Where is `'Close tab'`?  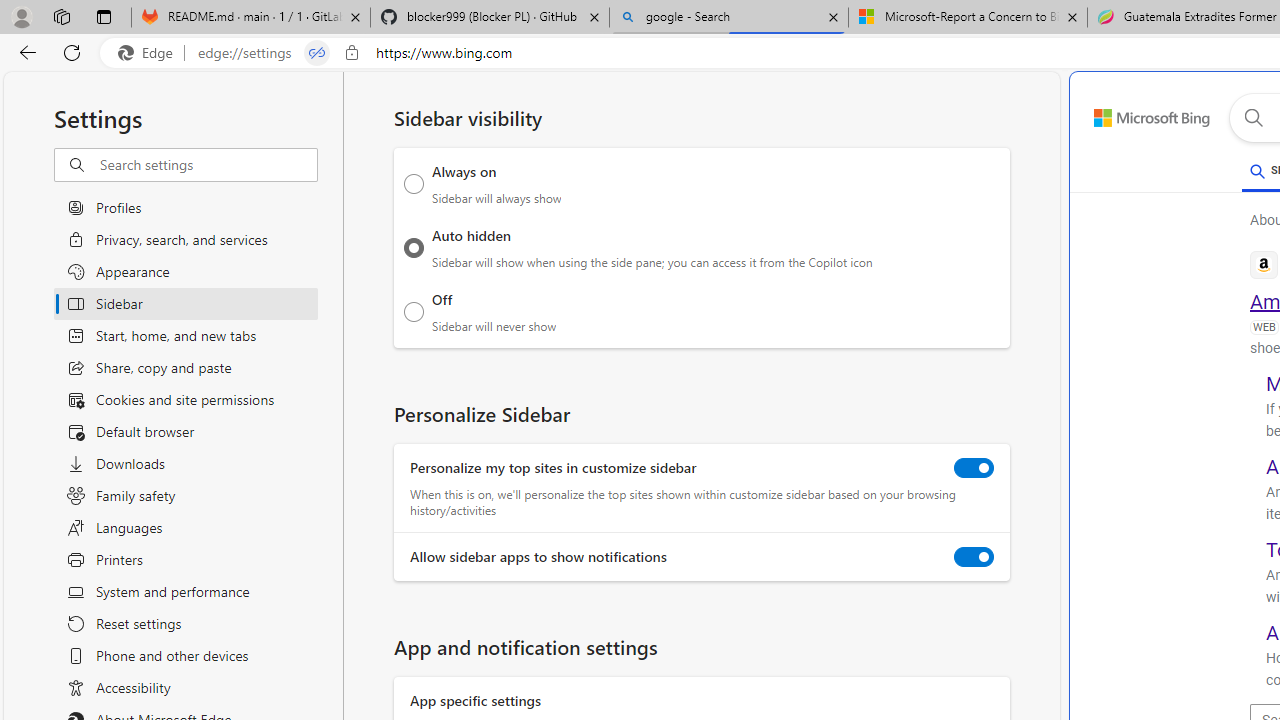
'Close tab' is located at coordinates (1071, 17).